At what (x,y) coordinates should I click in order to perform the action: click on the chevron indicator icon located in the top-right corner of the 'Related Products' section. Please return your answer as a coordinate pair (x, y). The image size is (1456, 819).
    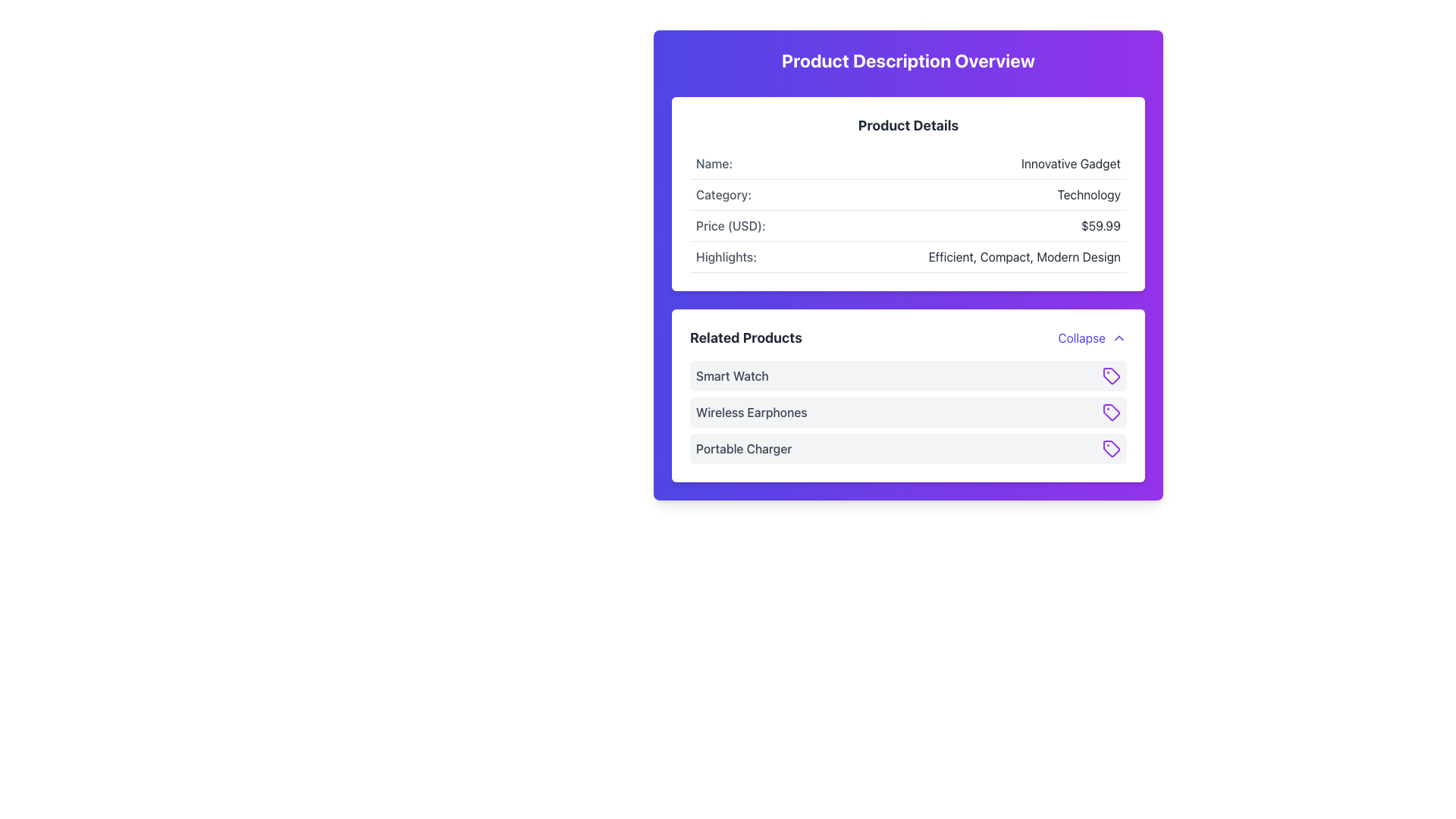
    Looking at the image, I should click on (1119, 337).